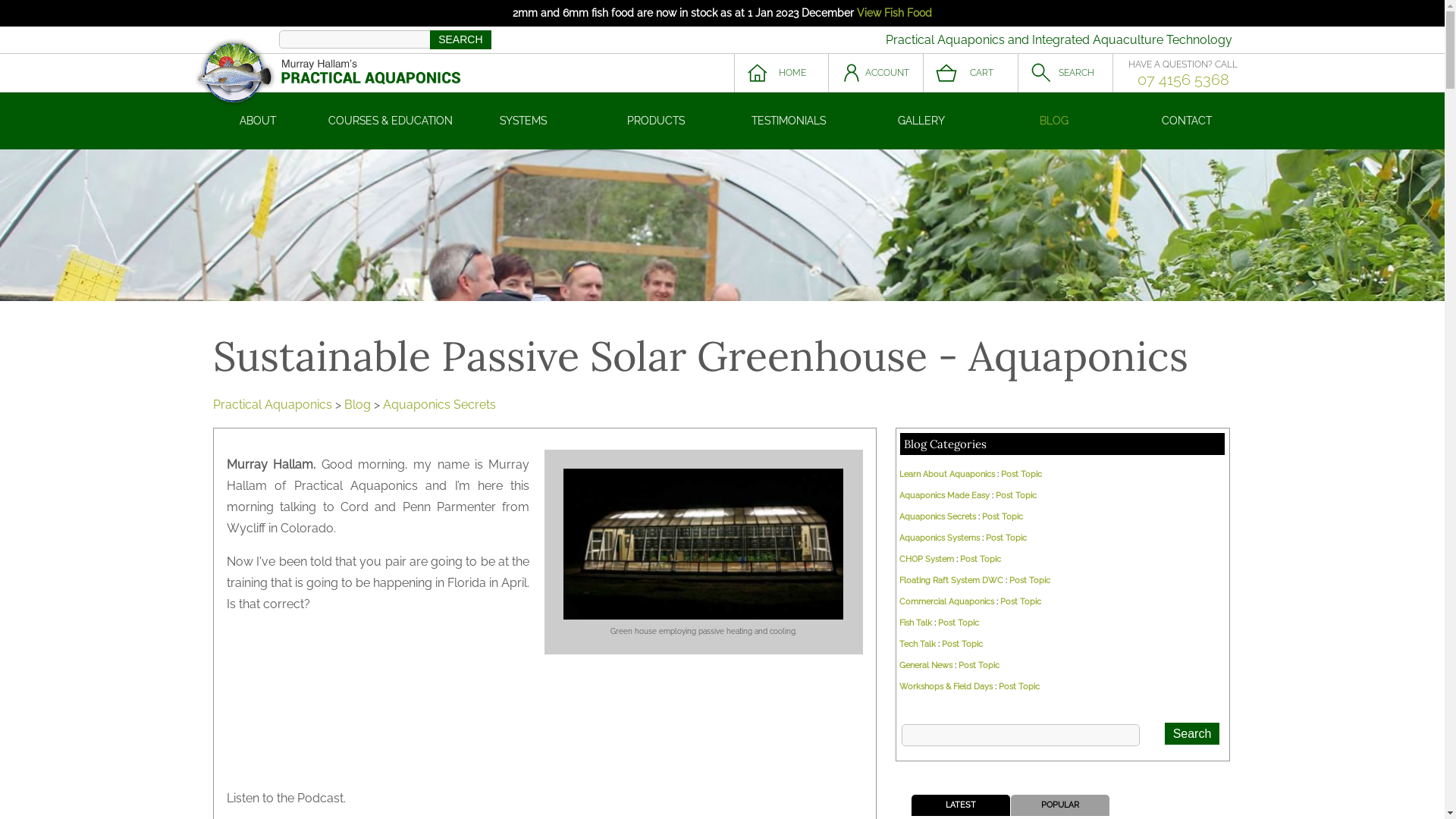 Image resolution: width=1456 pixels, height=819 pixels. I want to click on 'General News', so click(924, 664).